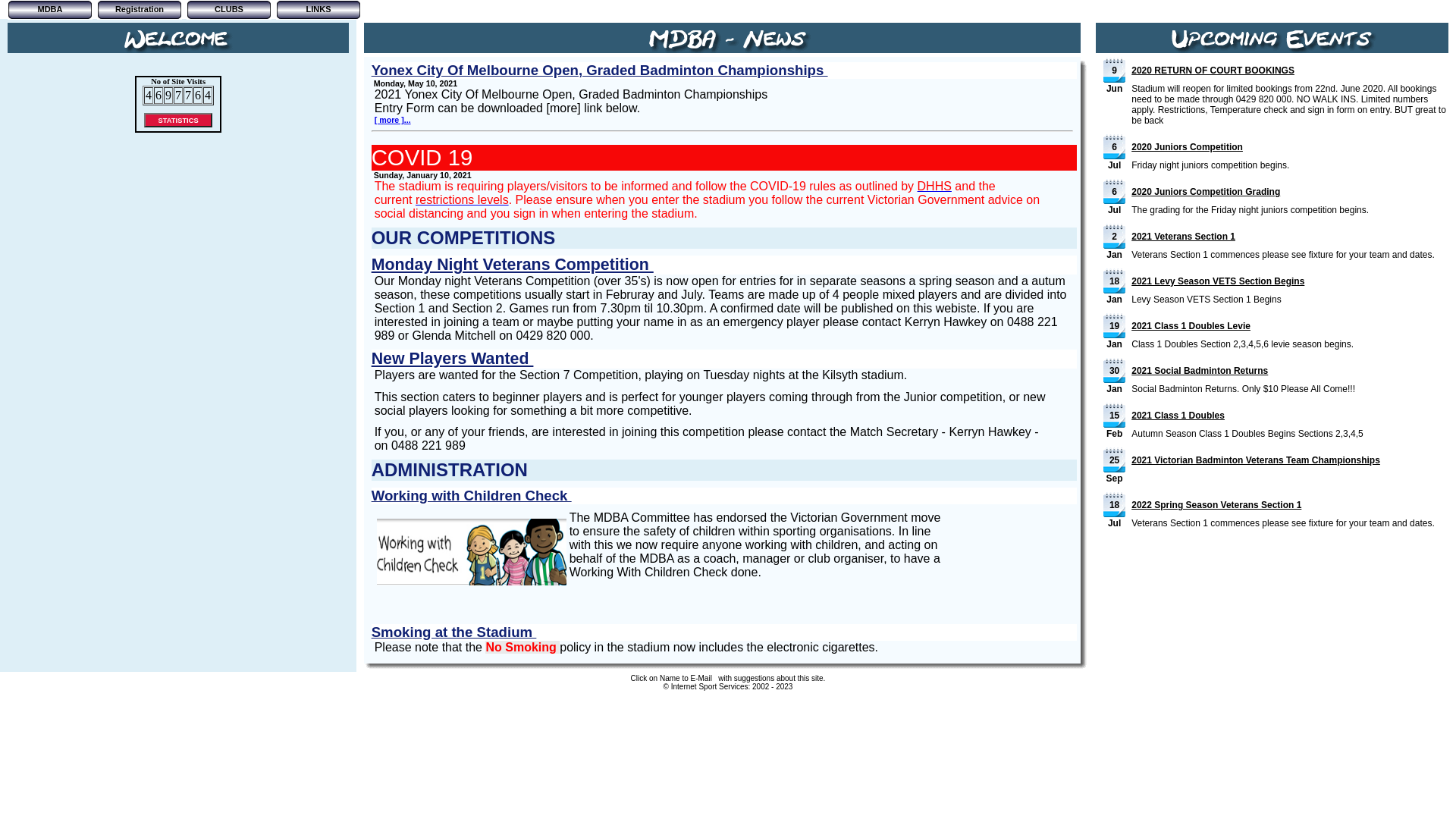 This screenshot has width=1456, height=819. What do you see at coordinates (178, 119) in the screenshot?
I see `'STATISTICS'` at bounding box center [178, 119].